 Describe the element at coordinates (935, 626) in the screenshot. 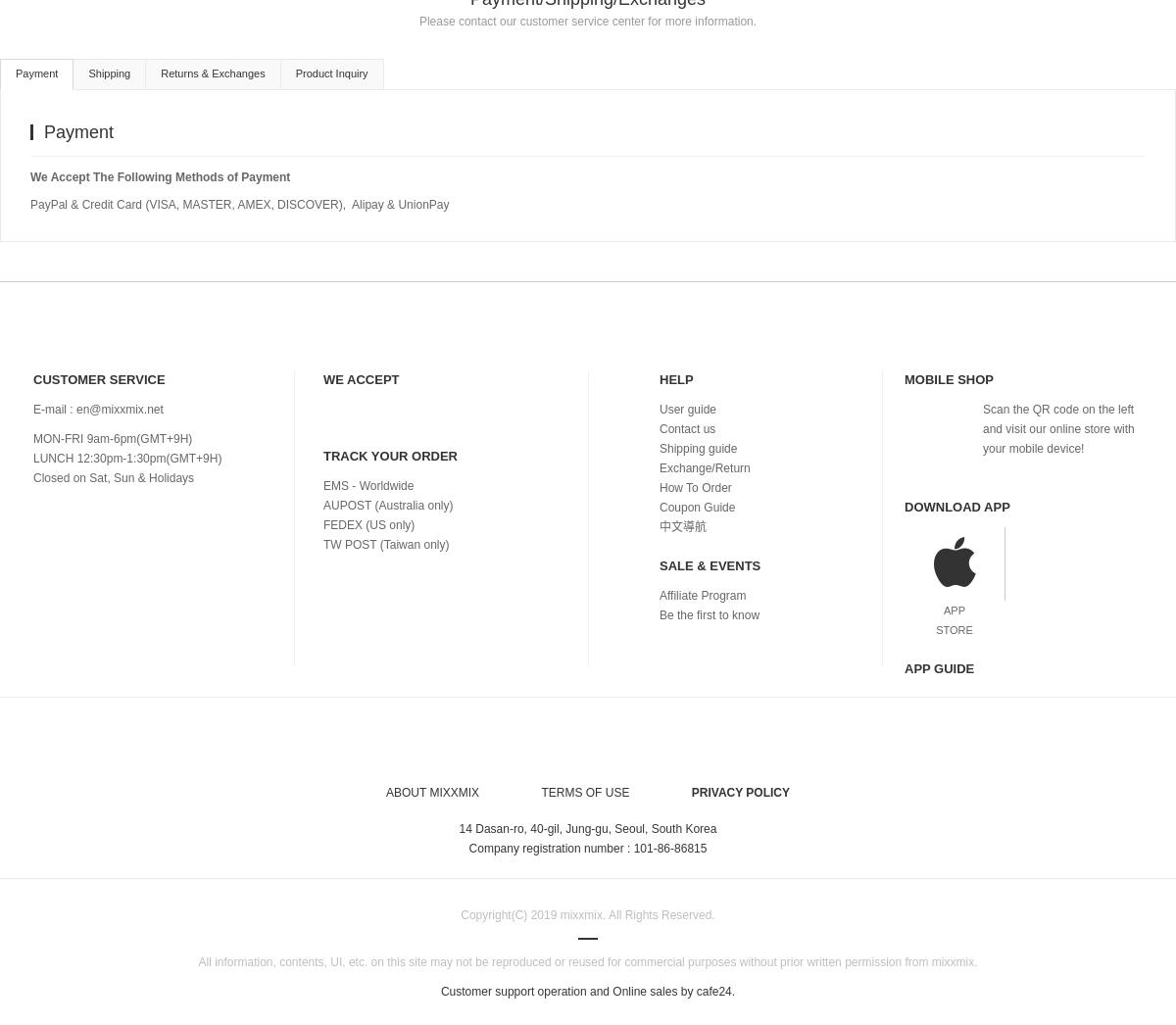

I see `'STORE'` at that location.